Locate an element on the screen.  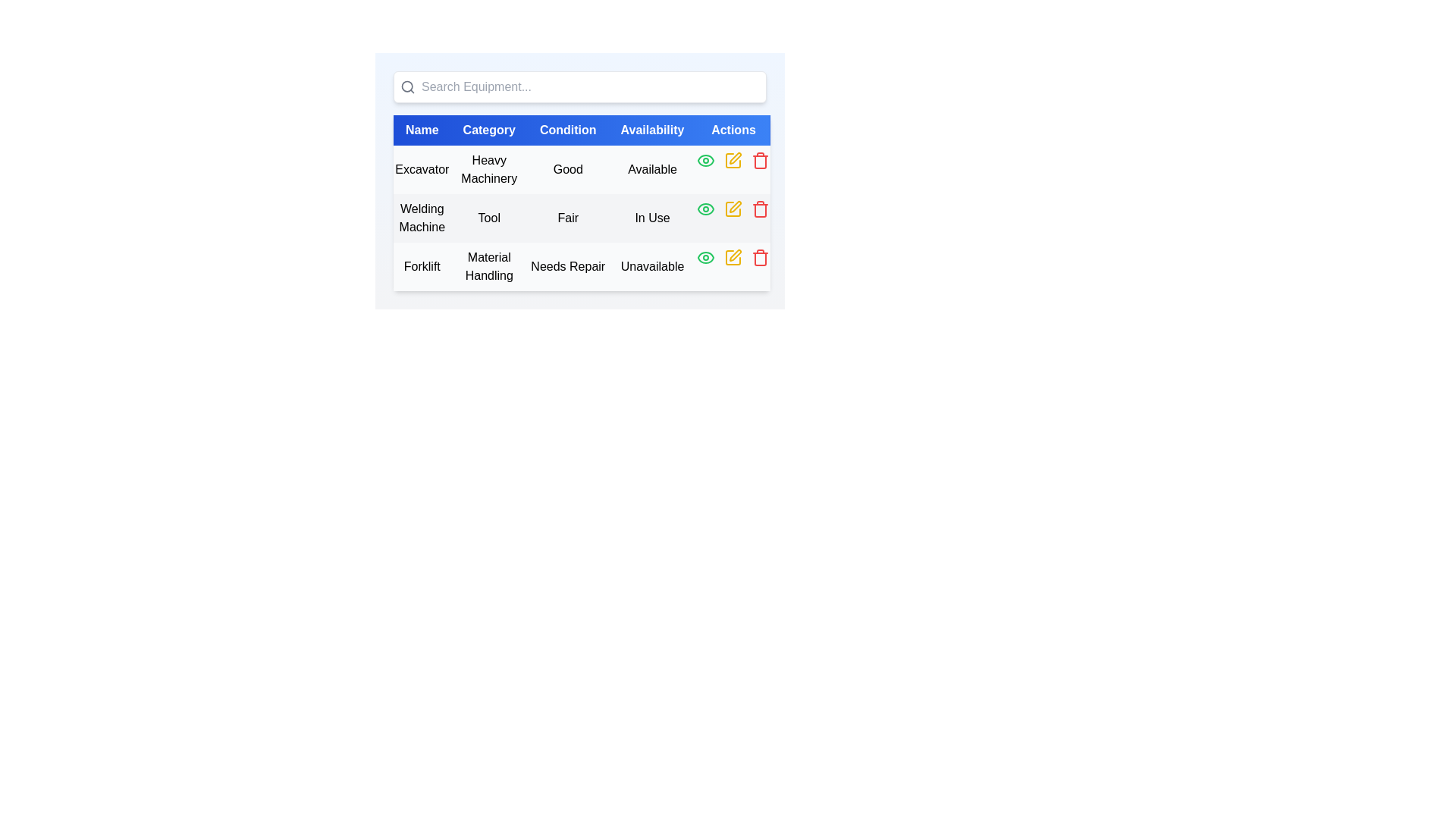
the yellow pen icon located at the top-right section of the Actions column is located at coordinates (736, 158).